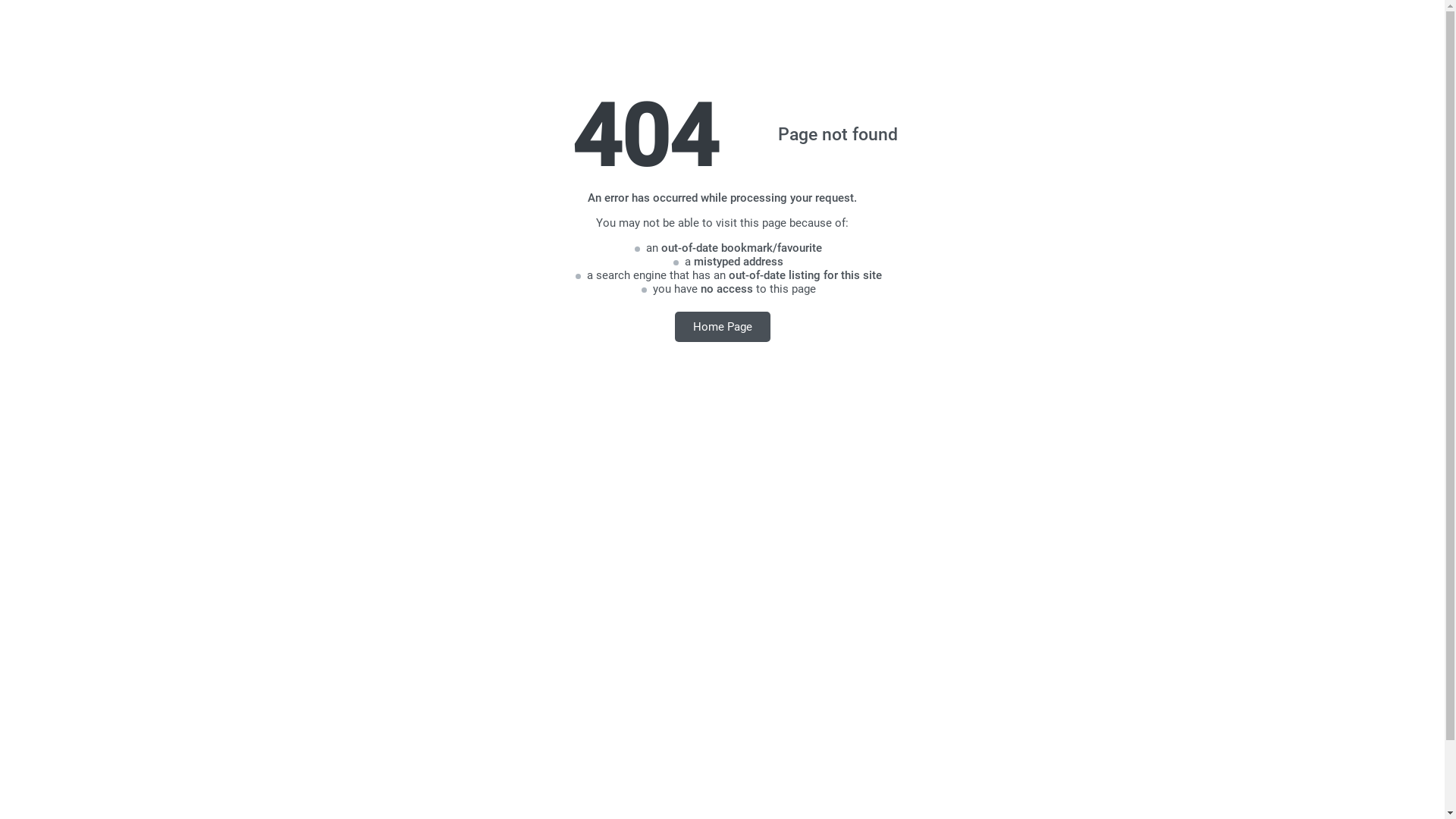 The height and width of the screenshot is (819, 1456). Describe the element at coordinates (673, 325) in the screenshot. I see `'Home Page'` at that location.